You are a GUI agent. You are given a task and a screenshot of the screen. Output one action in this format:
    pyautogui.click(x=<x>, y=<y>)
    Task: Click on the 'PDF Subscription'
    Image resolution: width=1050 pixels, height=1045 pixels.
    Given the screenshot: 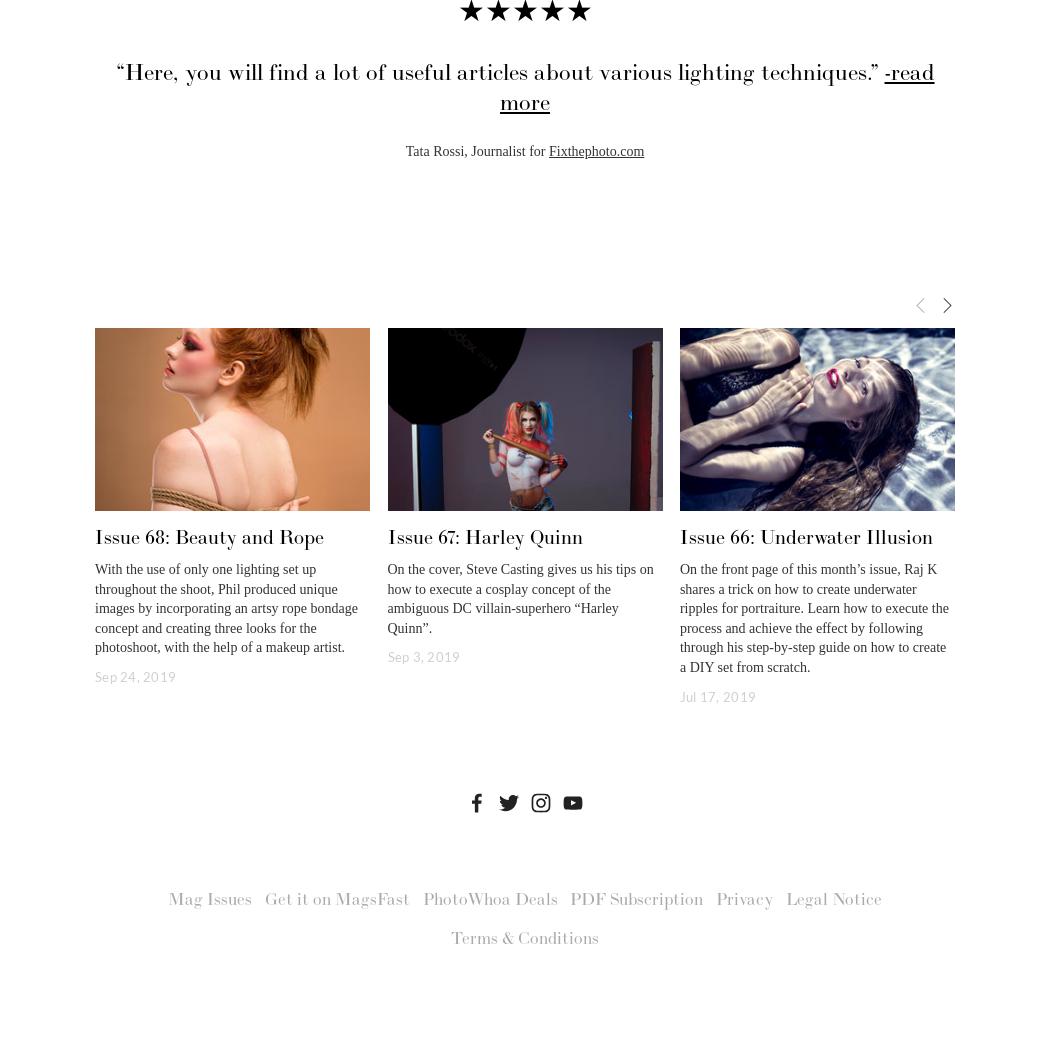 What is the action you would take?
    pyautogui.click(x=569, y=899)
    